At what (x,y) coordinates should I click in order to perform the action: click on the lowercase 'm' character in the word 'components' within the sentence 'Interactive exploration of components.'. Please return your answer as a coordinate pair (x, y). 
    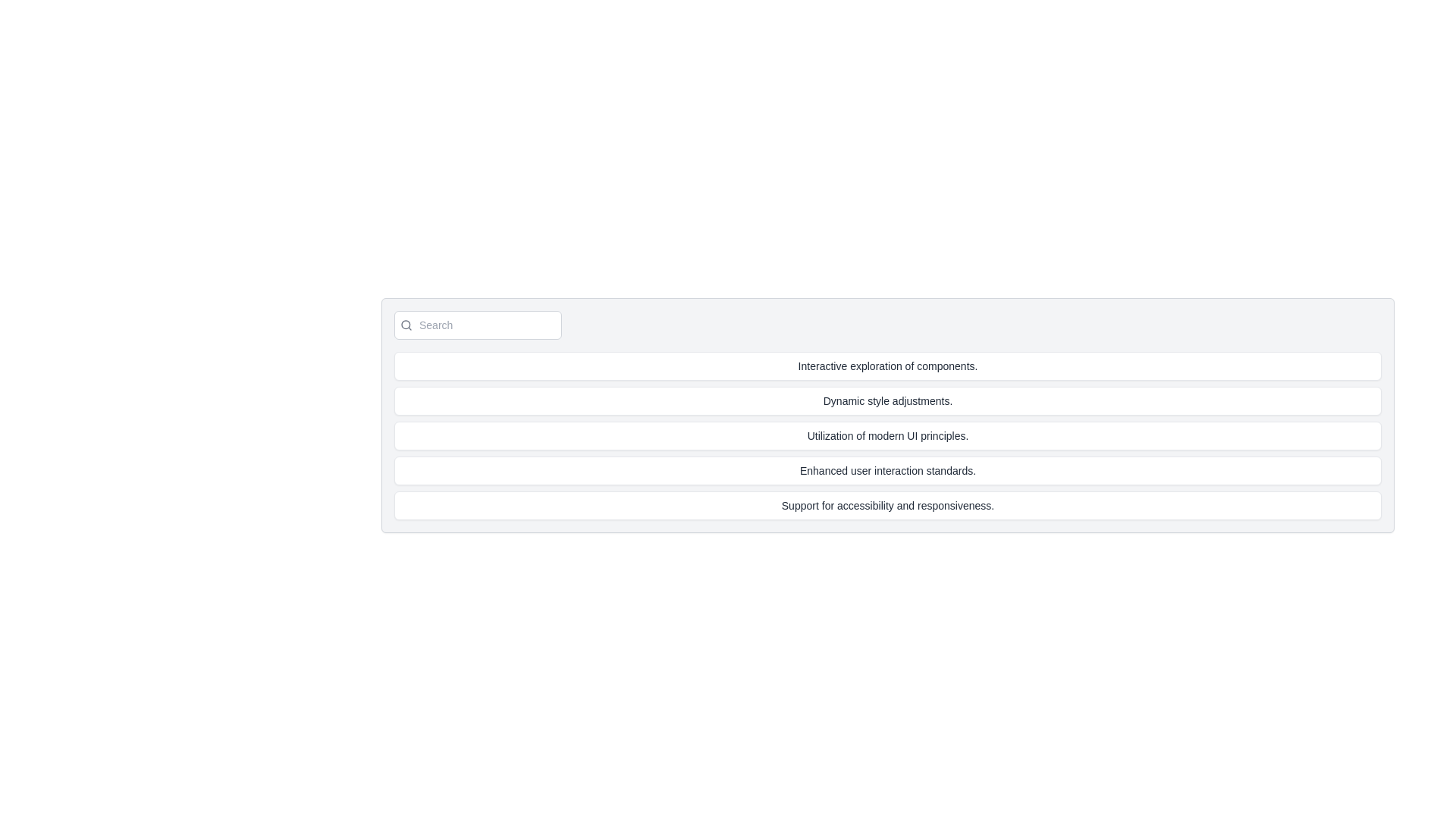
    Looking at the image, I should click on (931, 366).